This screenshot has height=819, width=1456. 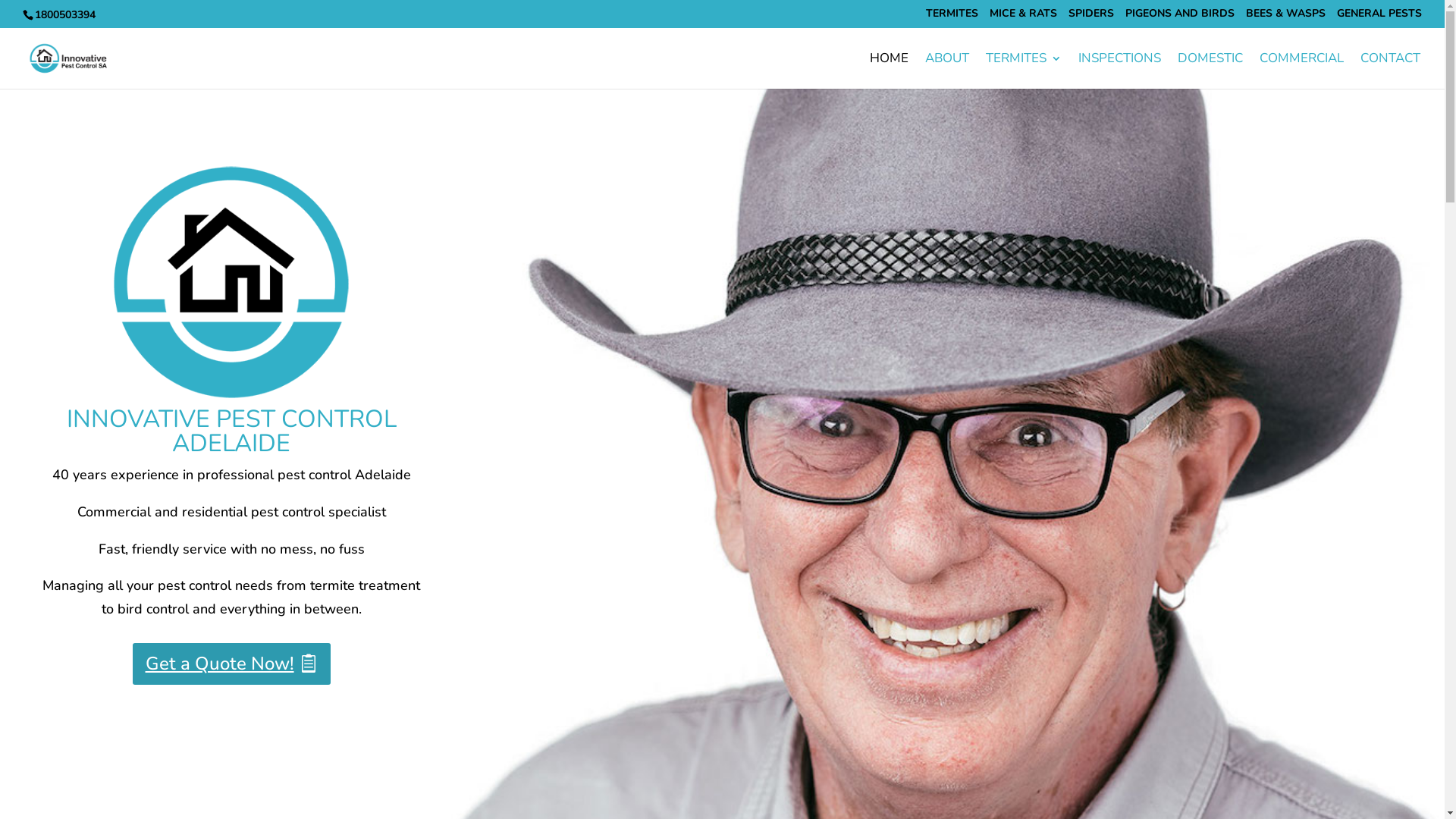 What do you see at coordinates (946, 71) in the screenshot?
I see `'ABOUT'` at bounding box center [946, 71].